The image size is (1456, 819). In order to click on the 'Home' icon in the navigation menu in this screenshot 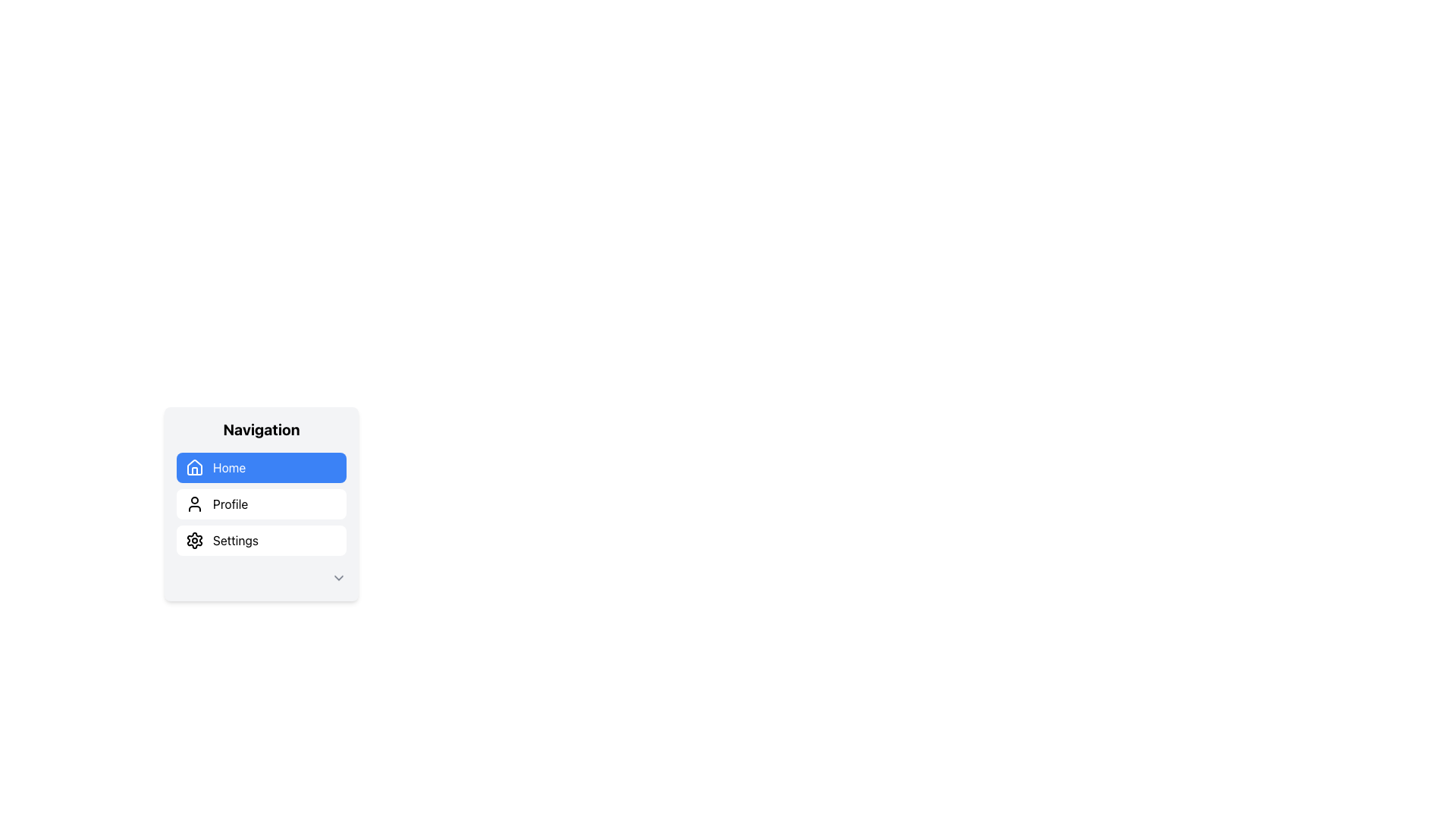, I will do `click(194, 467)`.